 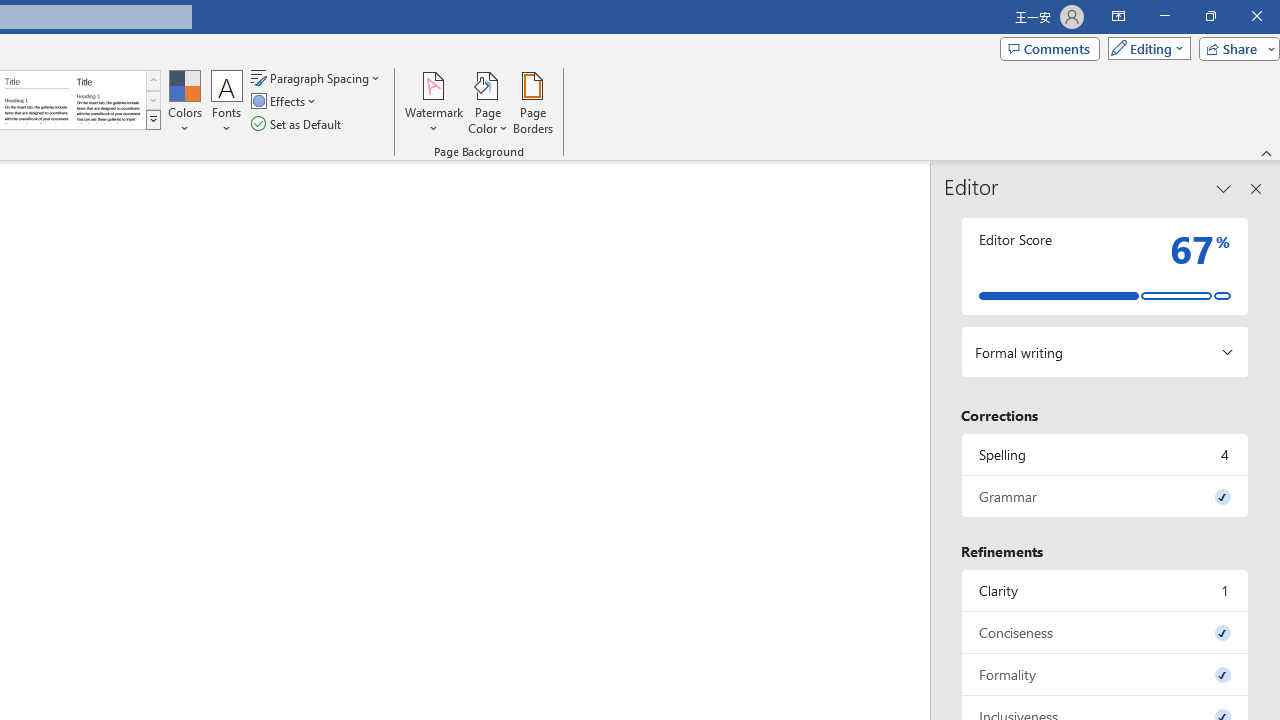 I want to click on 'Minimize', so click(x=1164, y=16).